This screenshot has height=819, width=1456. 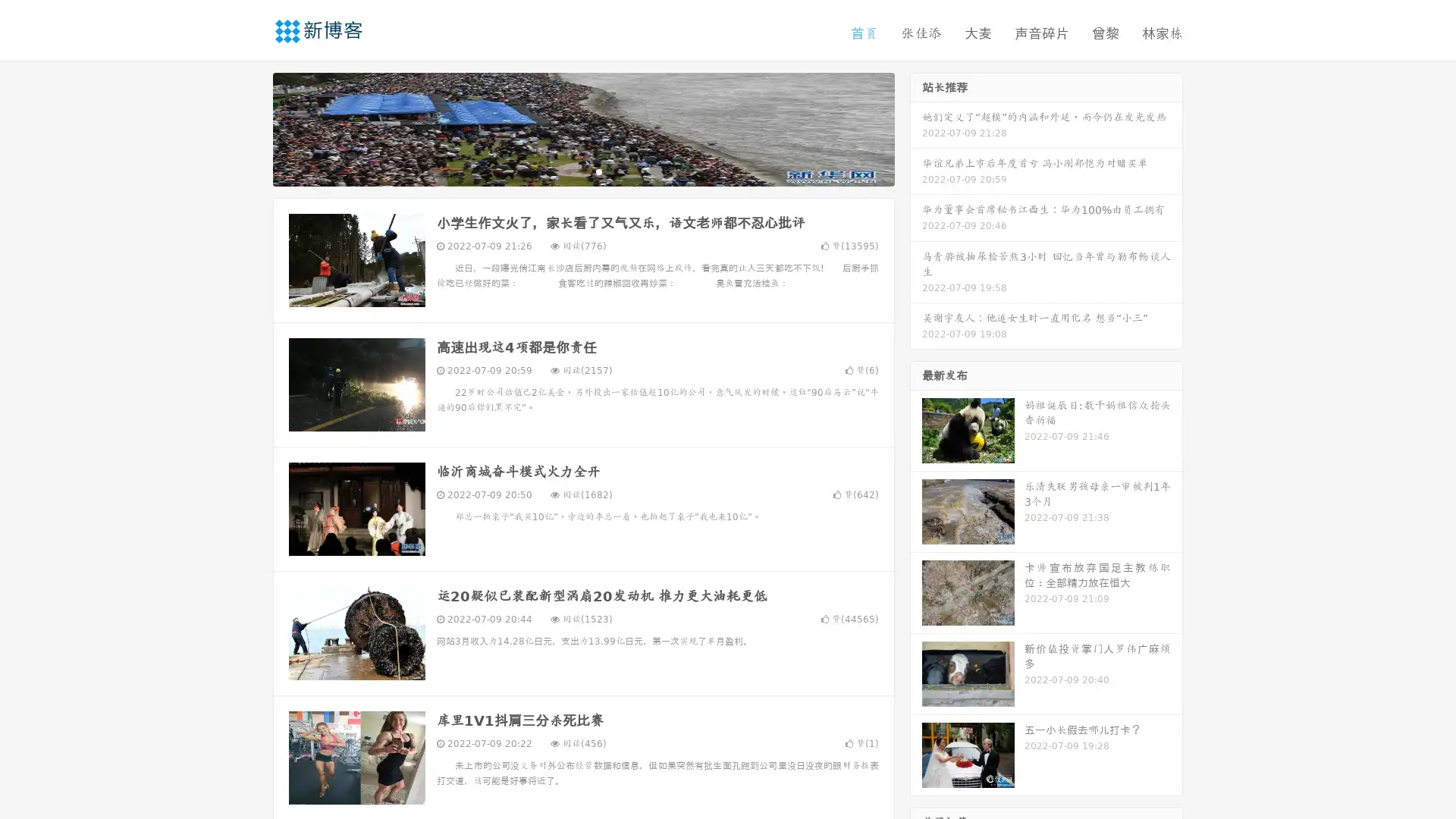 What do you see at coordinates (916, 127) in the screenshot?
I see `Next slide` at bounding box center [916, 127].